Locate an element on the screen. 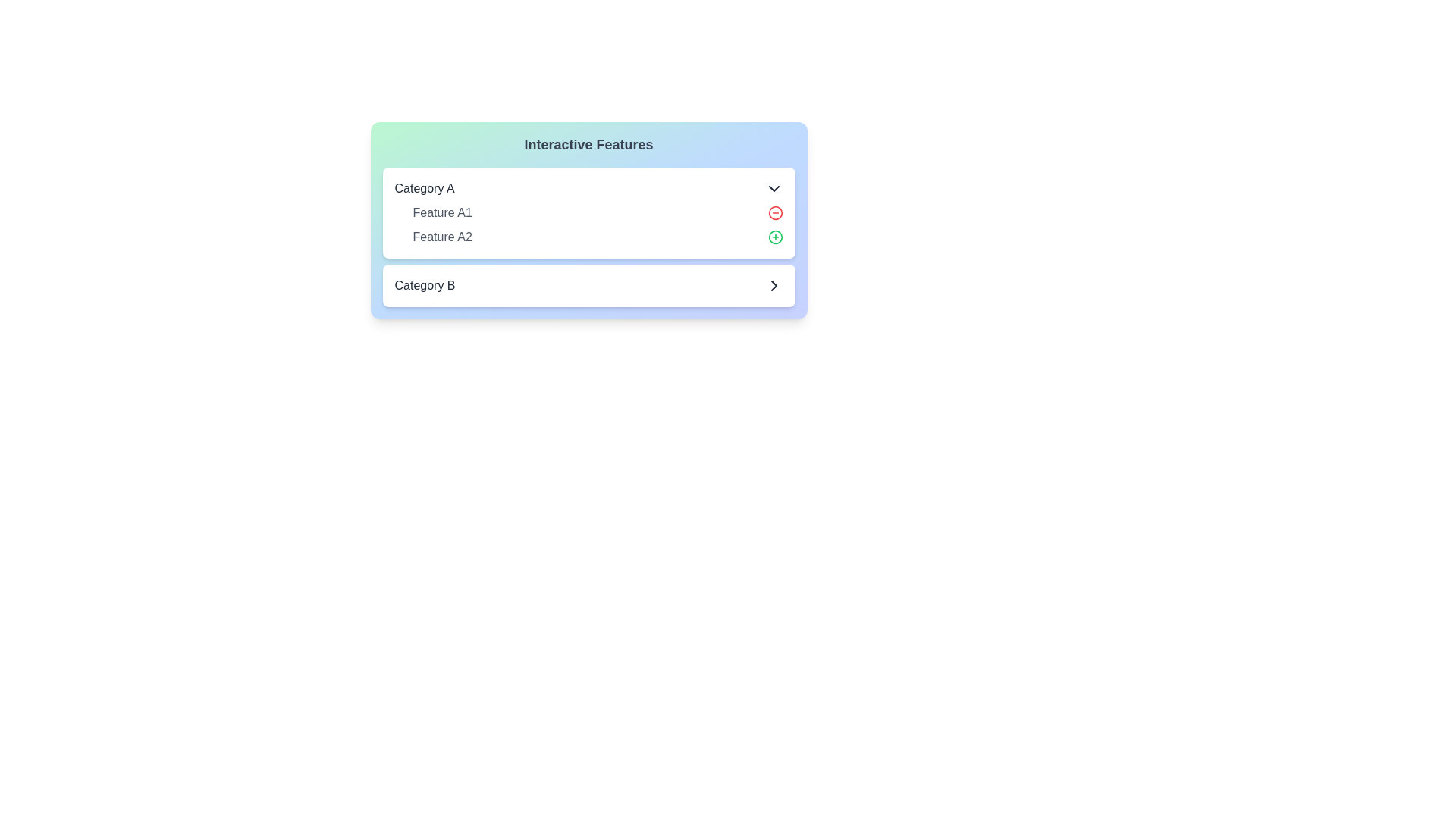 The width and height of the screenshot is (1456, 819). the minus icon within the red circular button located in the top-right corner of the 'Feature A1' list item in the 'Category A' section of the 'Interactive Features' UI panel is located at coordinates (775, 213).